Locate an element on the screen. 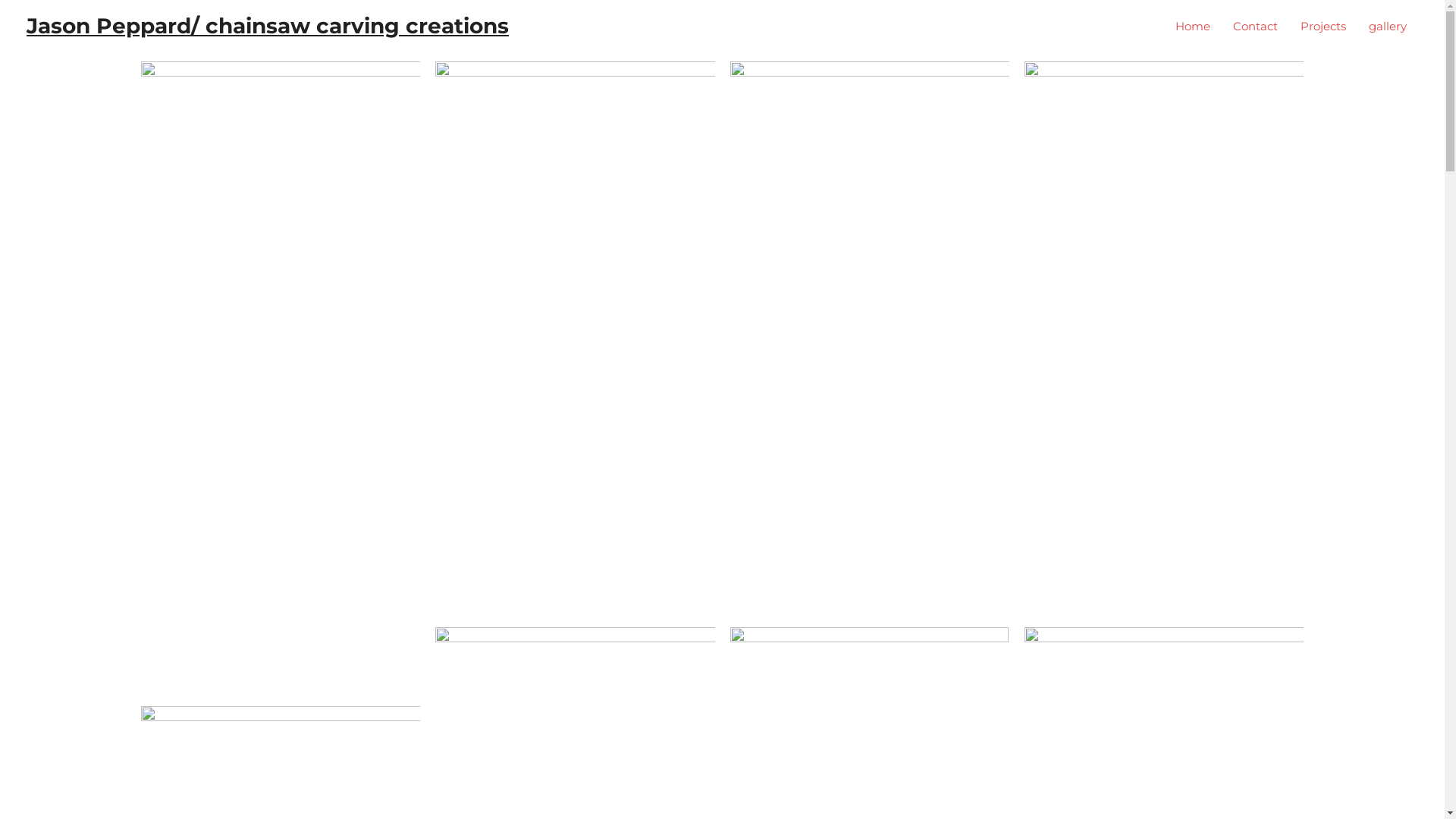  'Contact' is located at coordinates (1255, 26).